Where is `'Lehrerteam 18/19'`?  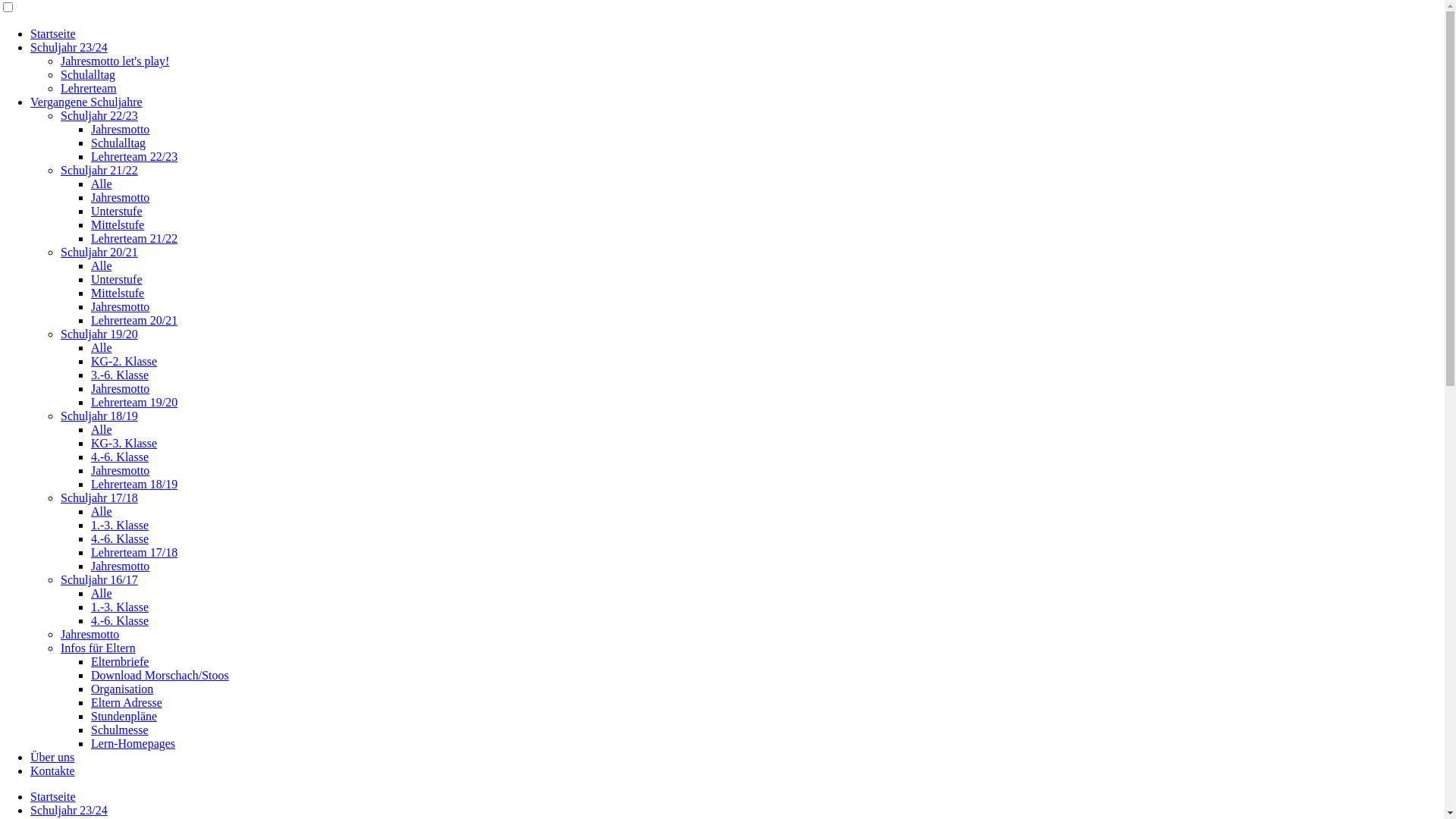 'Lehrerteam 18/19' is located at coordinates (134, 484).